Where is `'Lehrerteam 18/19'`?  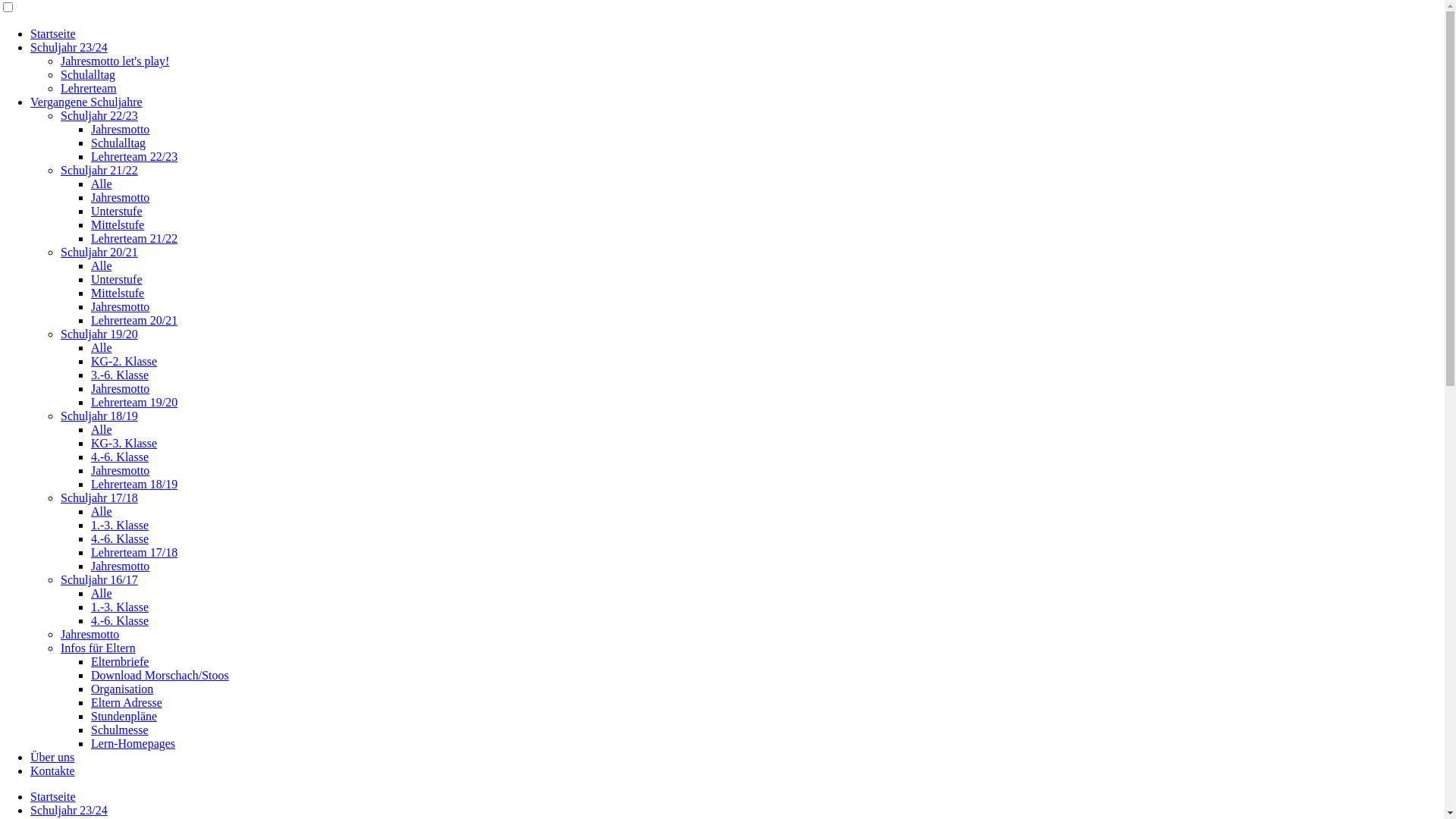 'Lehrerteam 18/19' is located at coordinates (134, 484).